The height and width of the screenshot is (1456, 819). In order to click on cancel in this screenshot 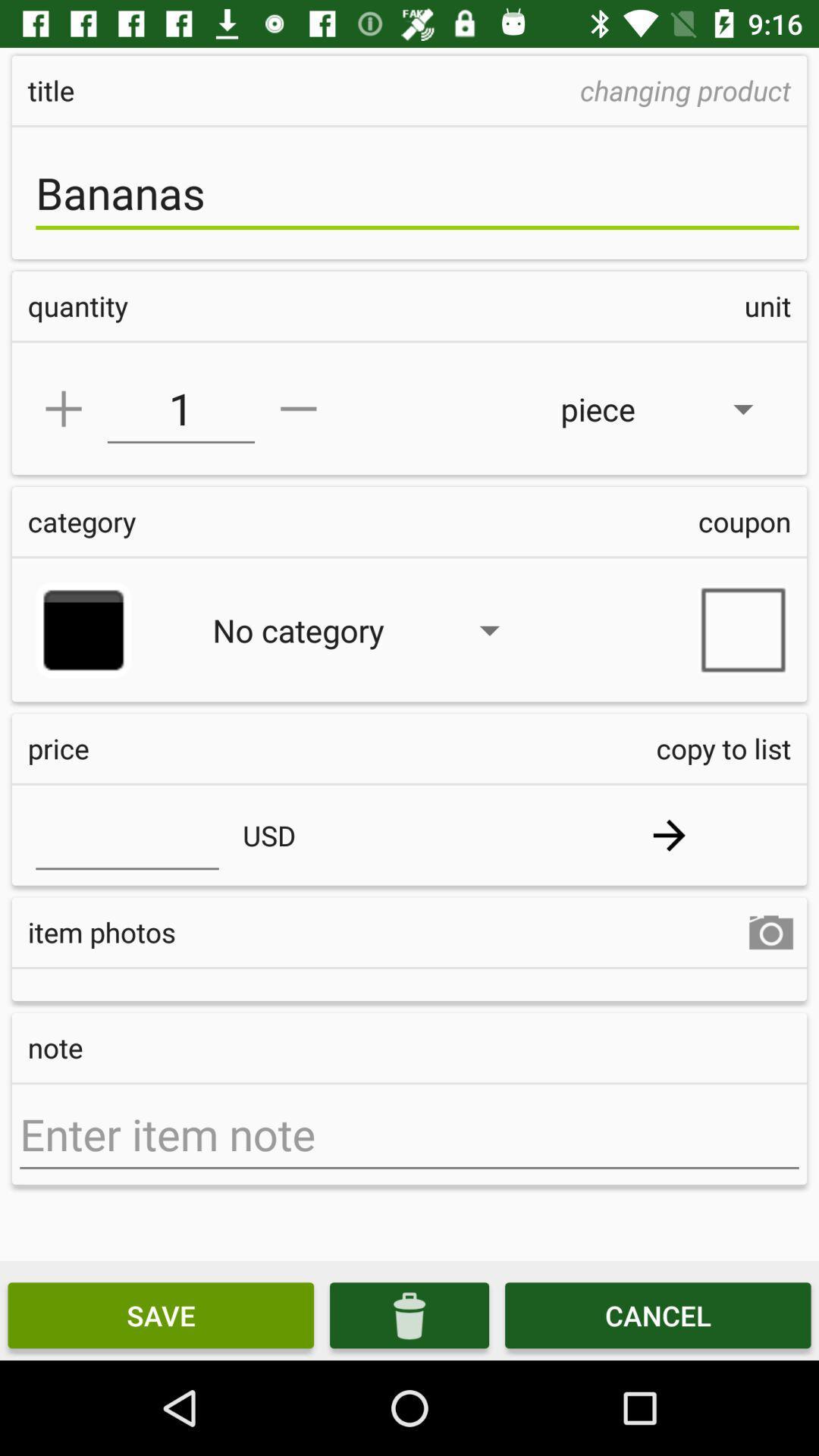, I will do `click(657, 1314)`.